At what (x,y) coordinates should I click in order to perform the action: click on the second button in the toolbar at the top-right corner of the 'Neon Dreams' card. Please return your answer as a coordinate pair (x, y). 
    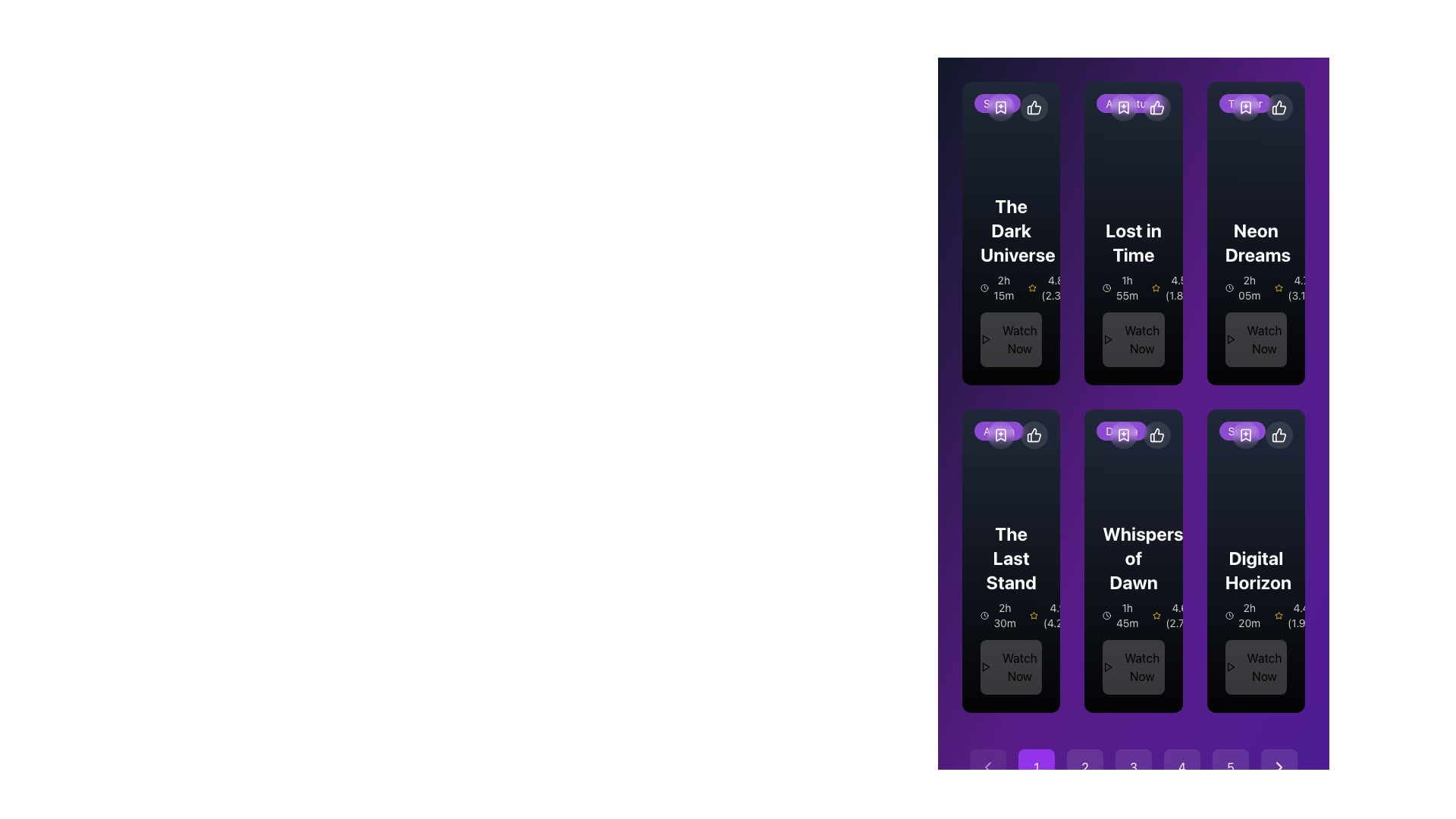
    Looking at the image, I should click on (1245, 107).